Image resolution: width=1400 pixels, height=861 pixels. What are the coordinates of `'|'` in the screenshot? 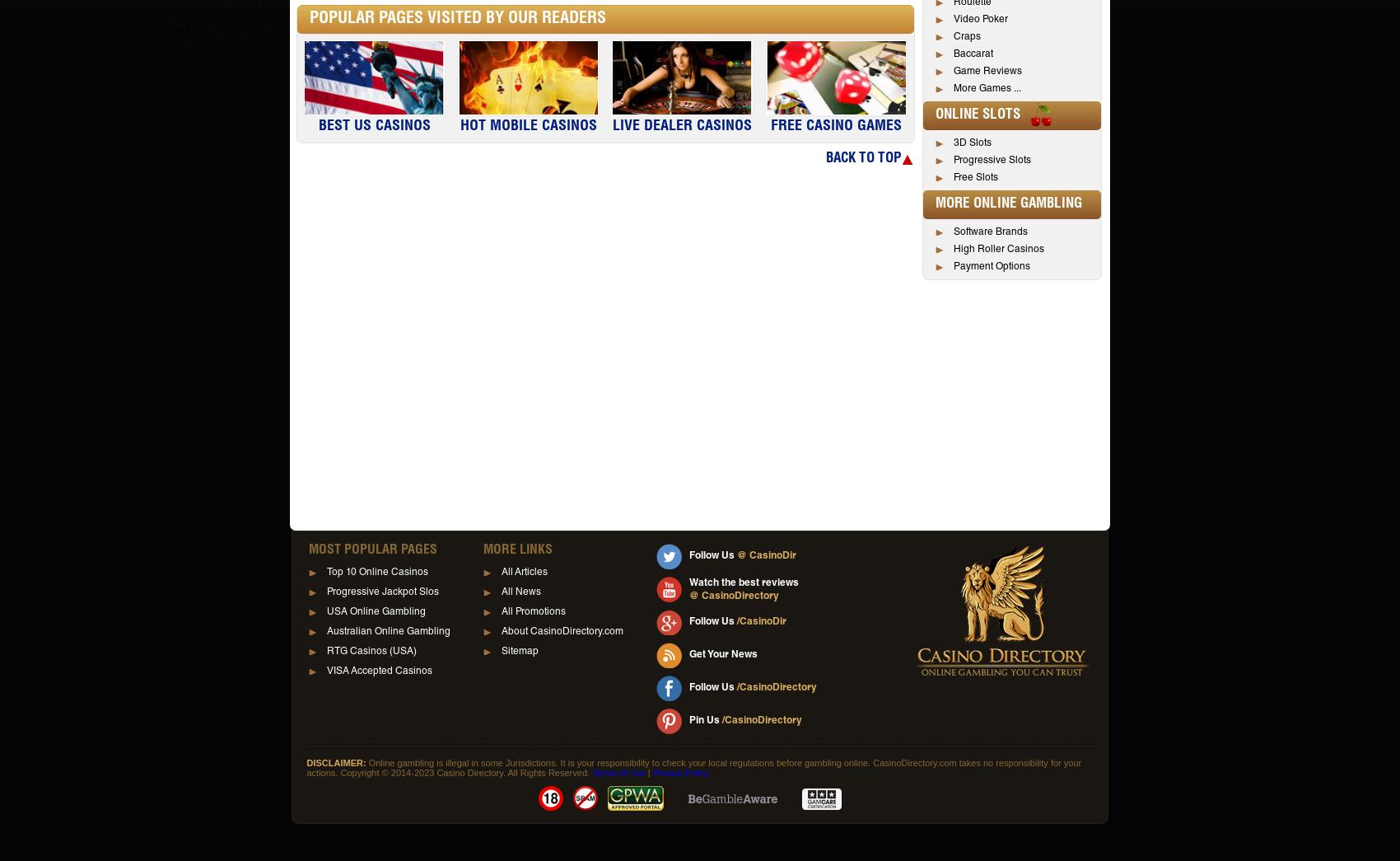 It's located at (644, 771).